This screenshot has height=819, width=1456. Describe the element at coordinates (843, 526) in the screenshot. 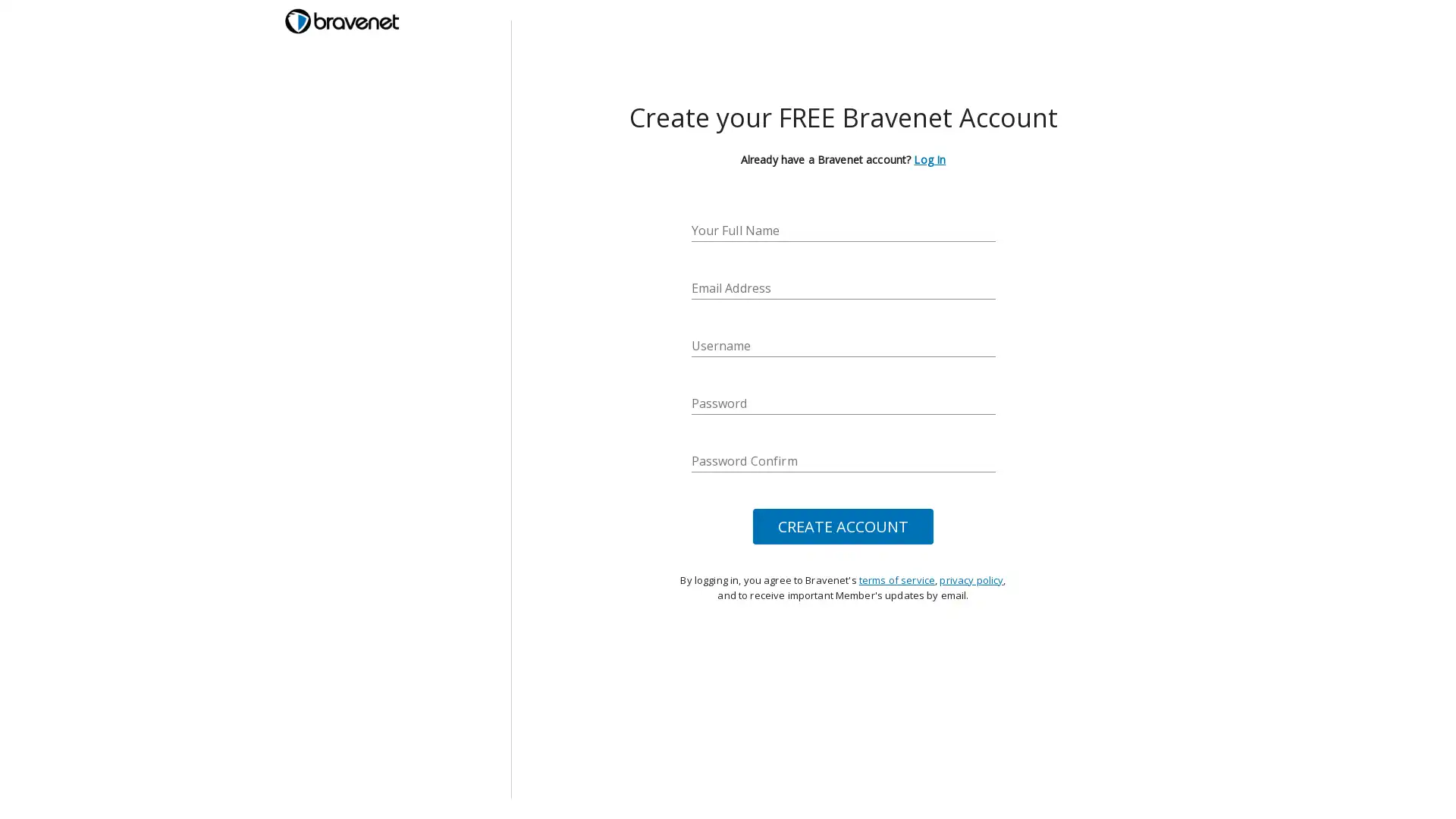

I see `CREATE ACCOUNT` at that location.